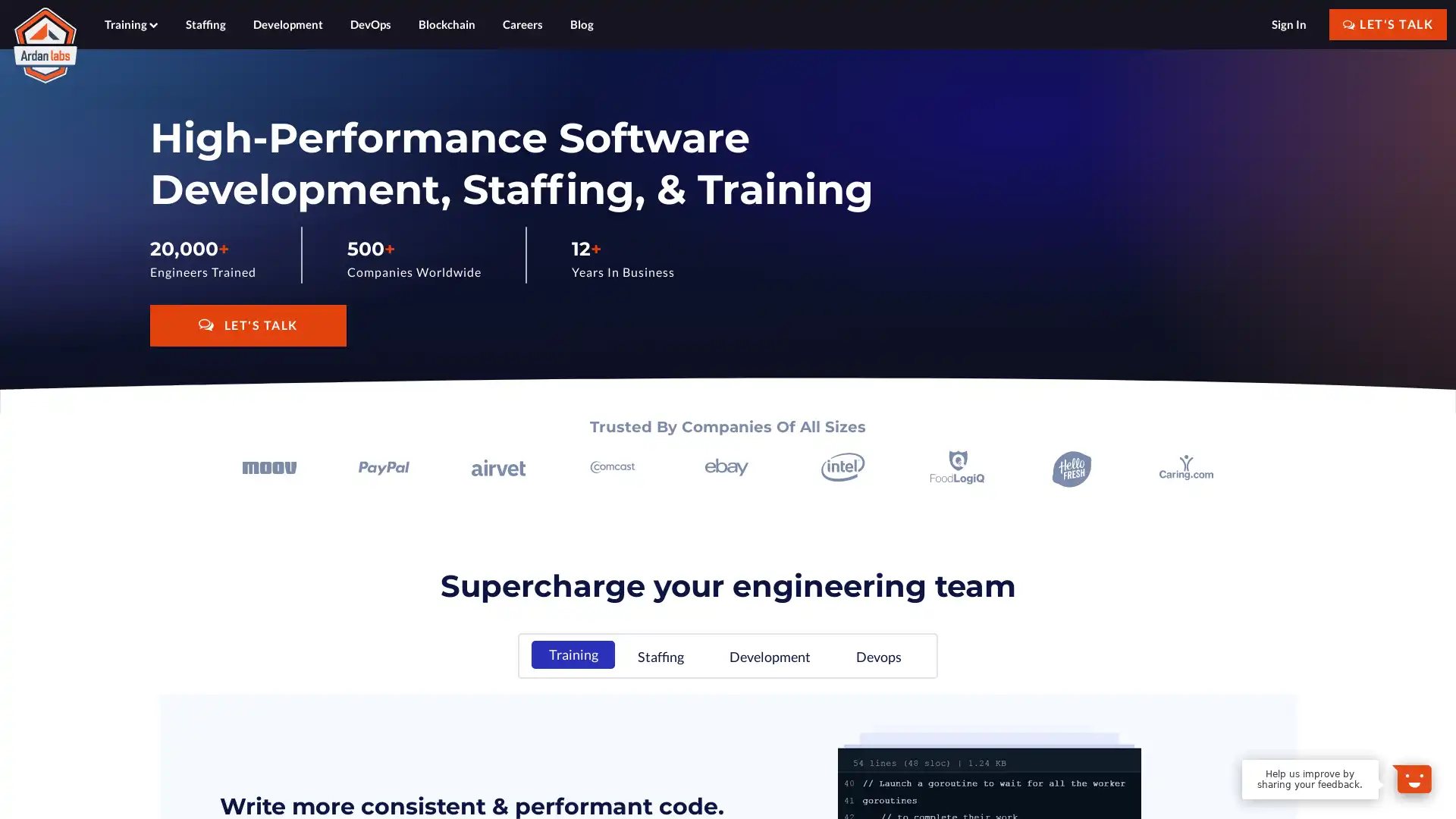 This screenshot has width=1456, height=819. What do you see at coordinates (247, 325) in the screenshot?
I see `LET'S TALK` at bounding box center [247, 325].